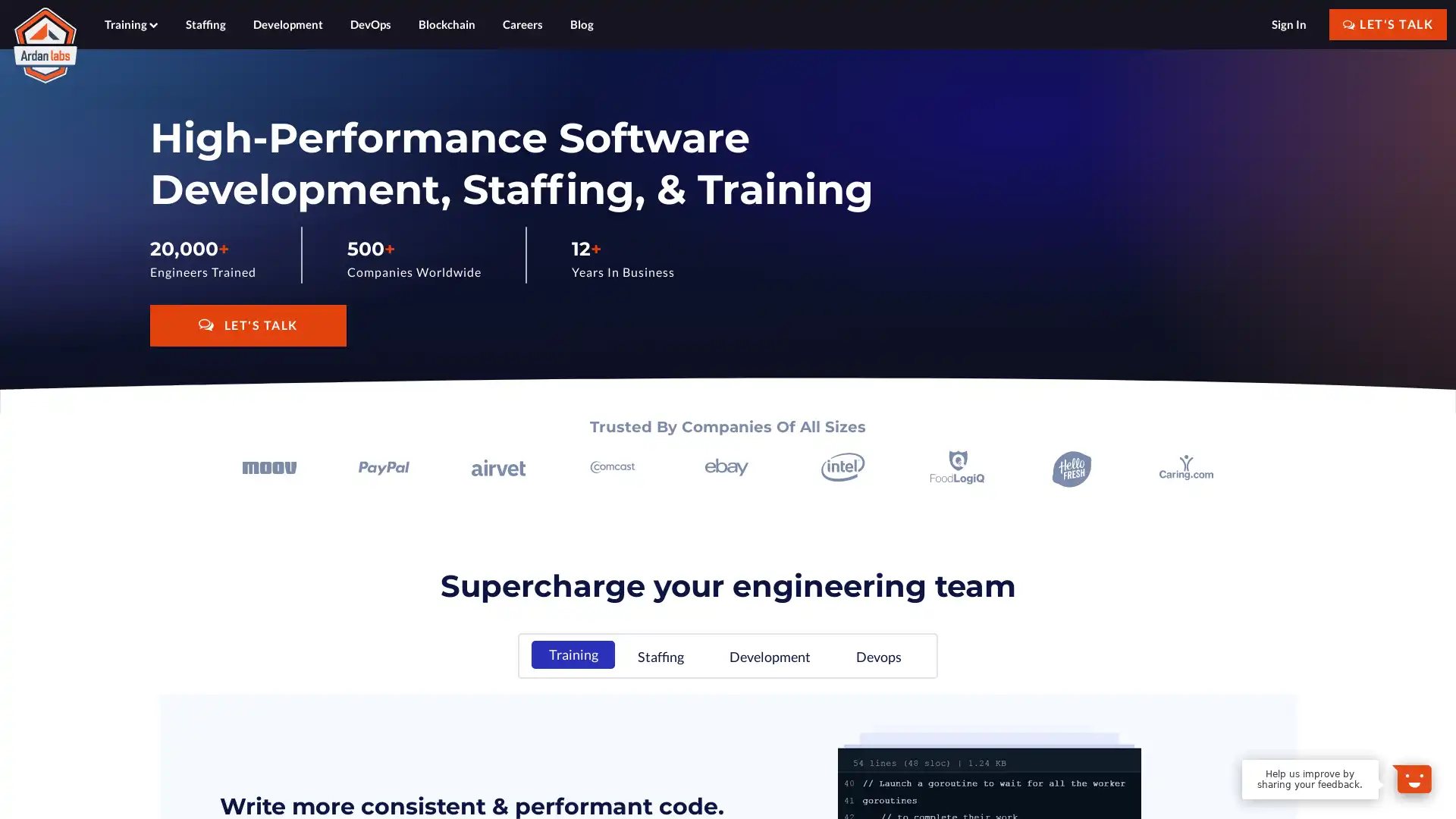 This screenshot has width=1456, height=819. What do you see at coordinates (247, 325) in the screenshot?
I see `LET'S TALK` at bounding box center [247, 325].